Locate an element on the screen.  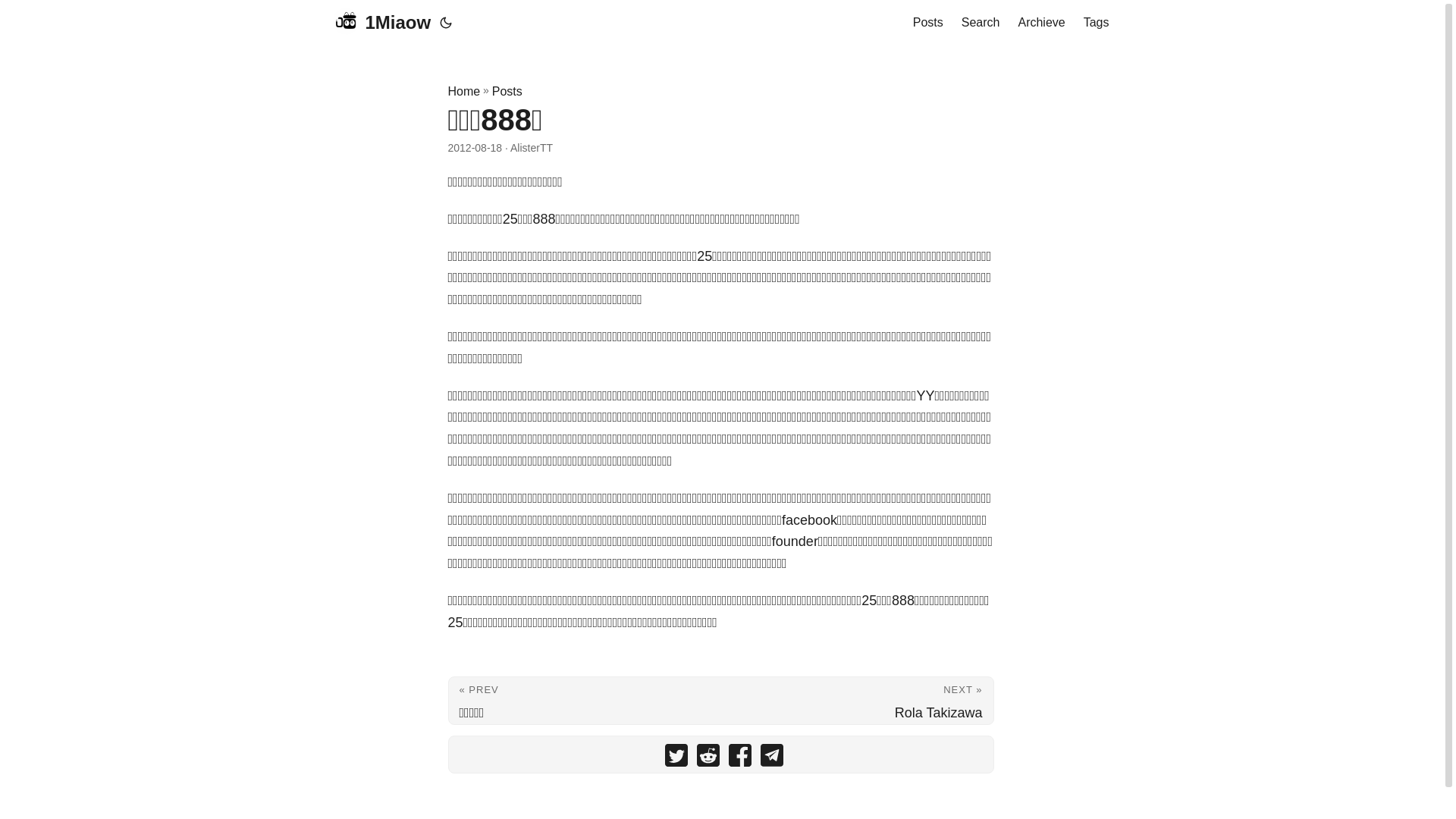
'Search' is located at coordinates (981, 23).